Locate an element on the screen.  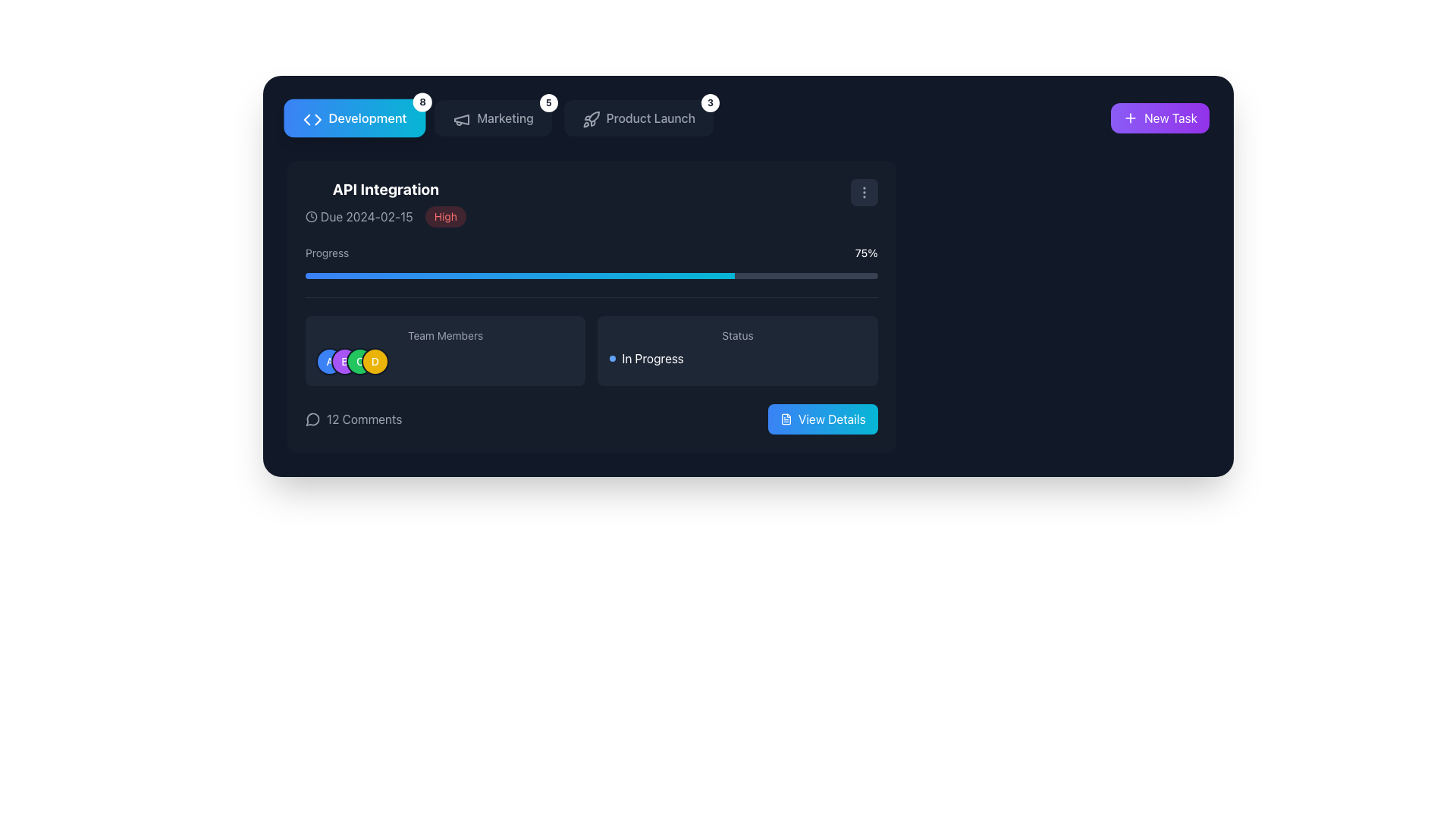
the rectangular button labeled 'Development' with a gradient background to change its visual state is located at coordinates (354, 117).